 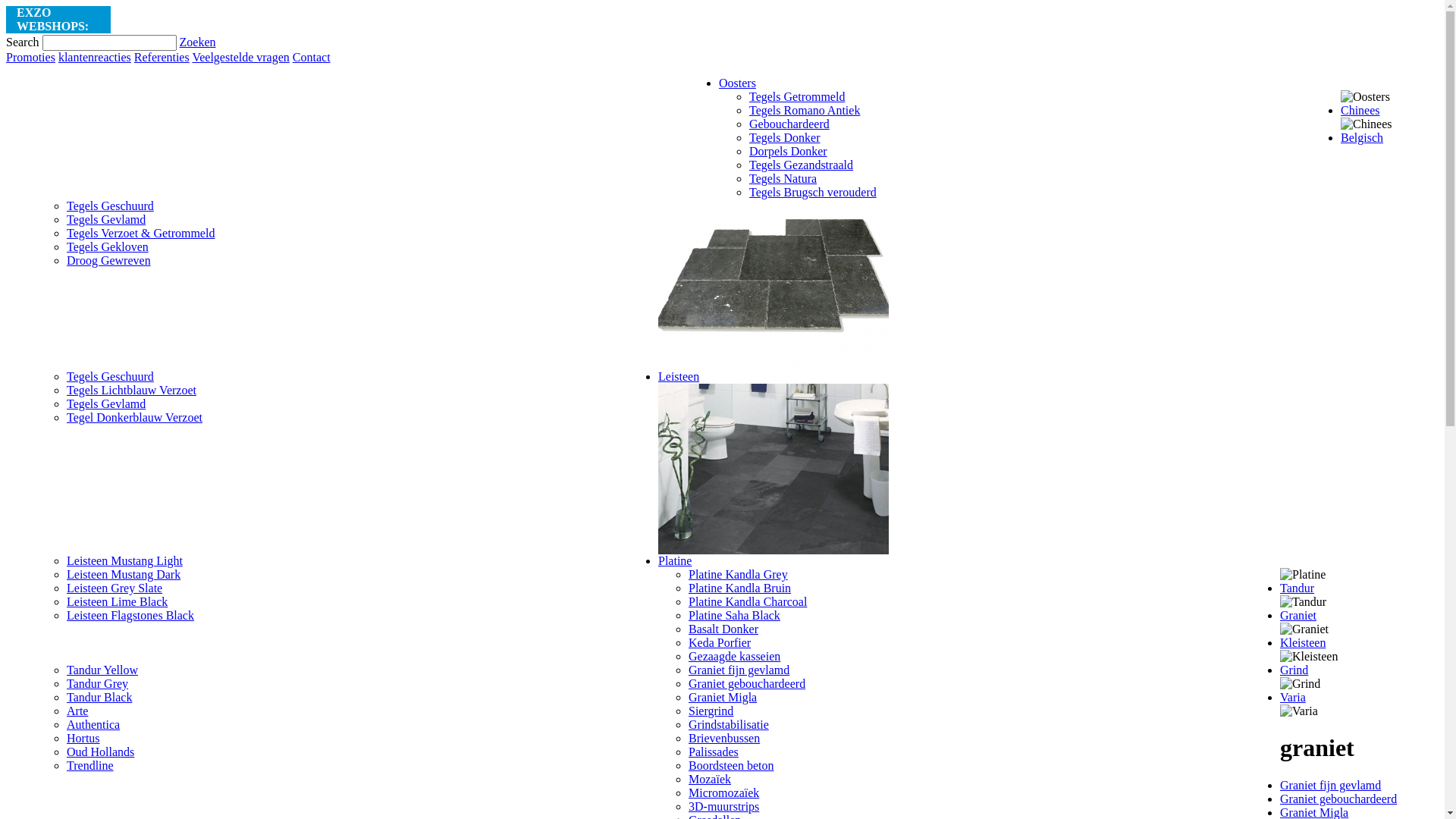 What do you see at coordinates (124, 560) in the screenshot?
I see `'Leisteen Mustang Light'` at bounding box center [124, 560].